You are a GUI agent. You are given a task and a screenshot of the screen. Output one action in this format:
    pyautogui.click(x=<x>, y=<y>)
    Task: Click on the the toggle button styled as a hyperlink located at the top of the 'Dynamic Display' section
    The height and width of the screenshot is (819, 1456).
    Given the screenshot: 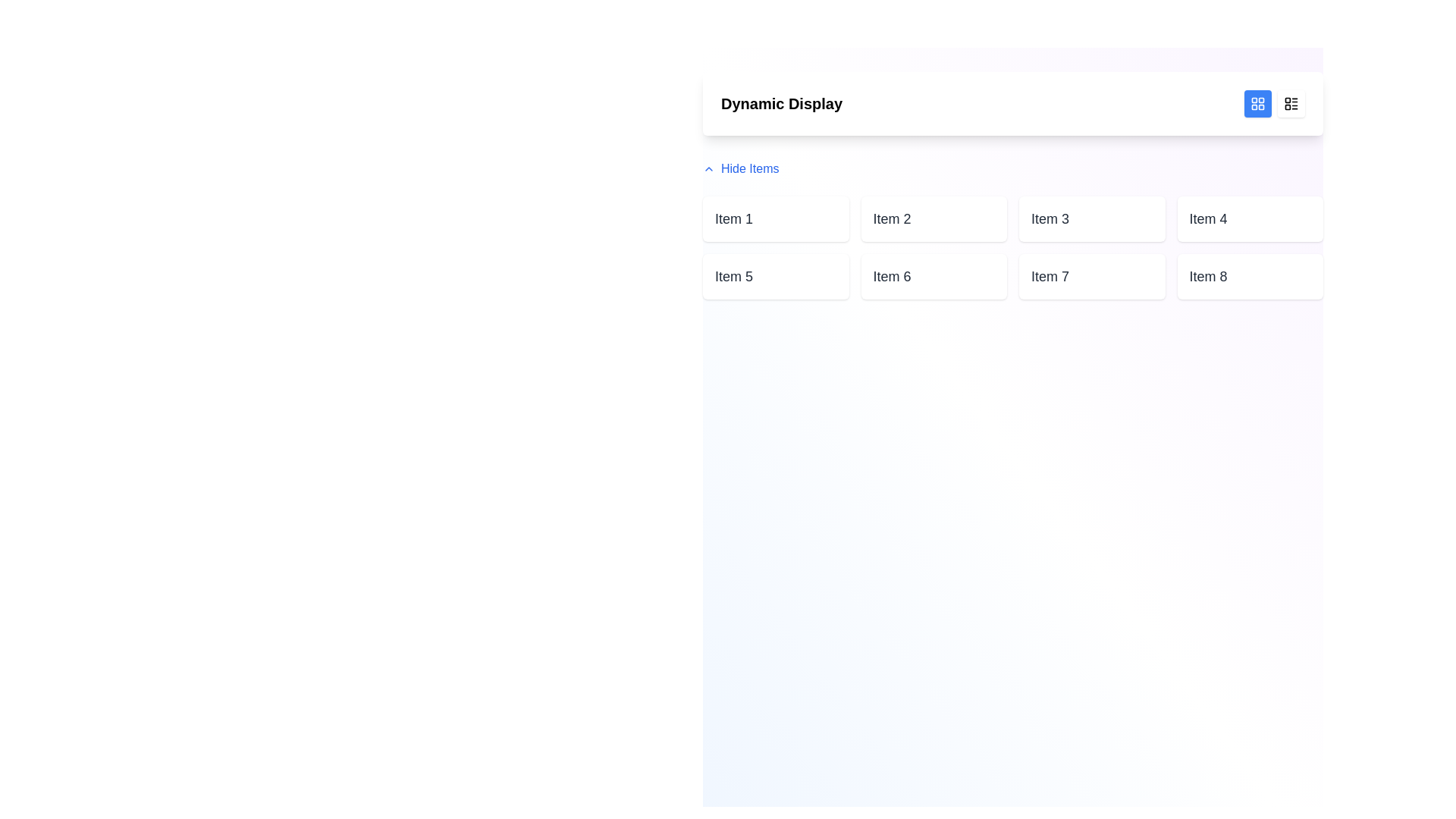 What is the action you would take?
    pyautogui.click(x=741, y=169)
    